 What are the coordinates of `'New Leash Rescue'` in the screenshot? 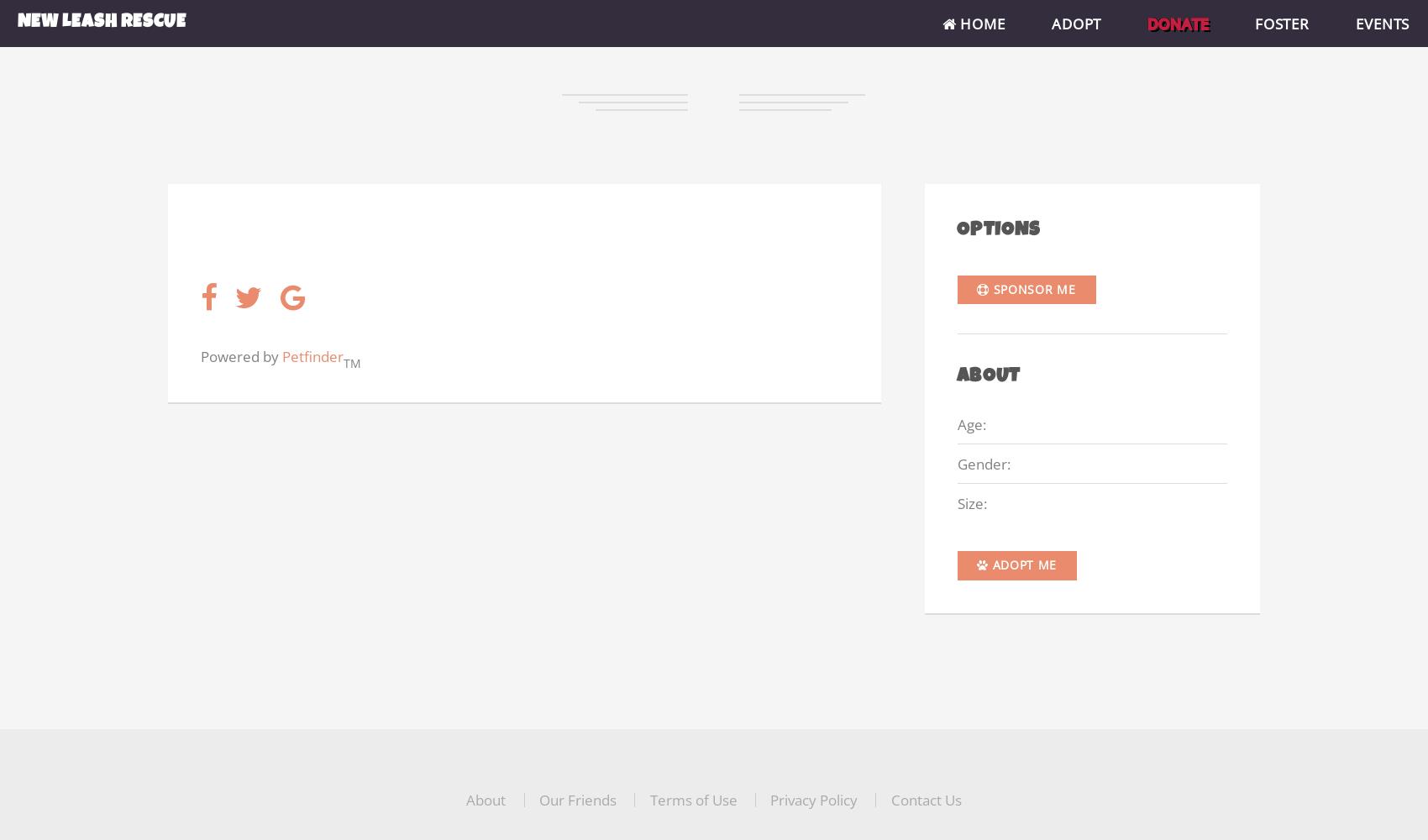 It's located at (100, 23).